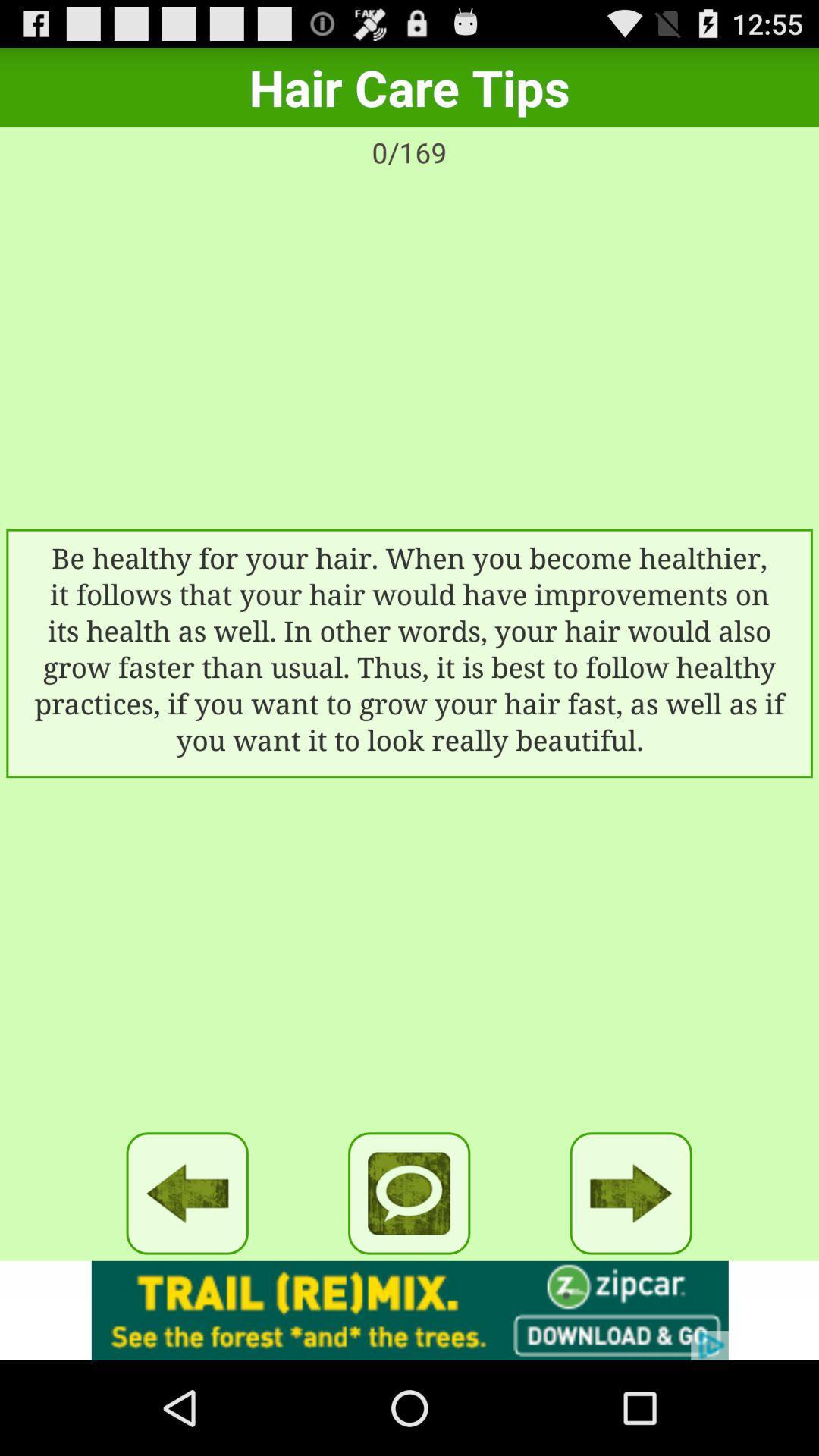 The height and width of the screenshot is (1456, 819). Describe the element at coordinates (187, 1192) in the screenshot. I see `go back` at that location.